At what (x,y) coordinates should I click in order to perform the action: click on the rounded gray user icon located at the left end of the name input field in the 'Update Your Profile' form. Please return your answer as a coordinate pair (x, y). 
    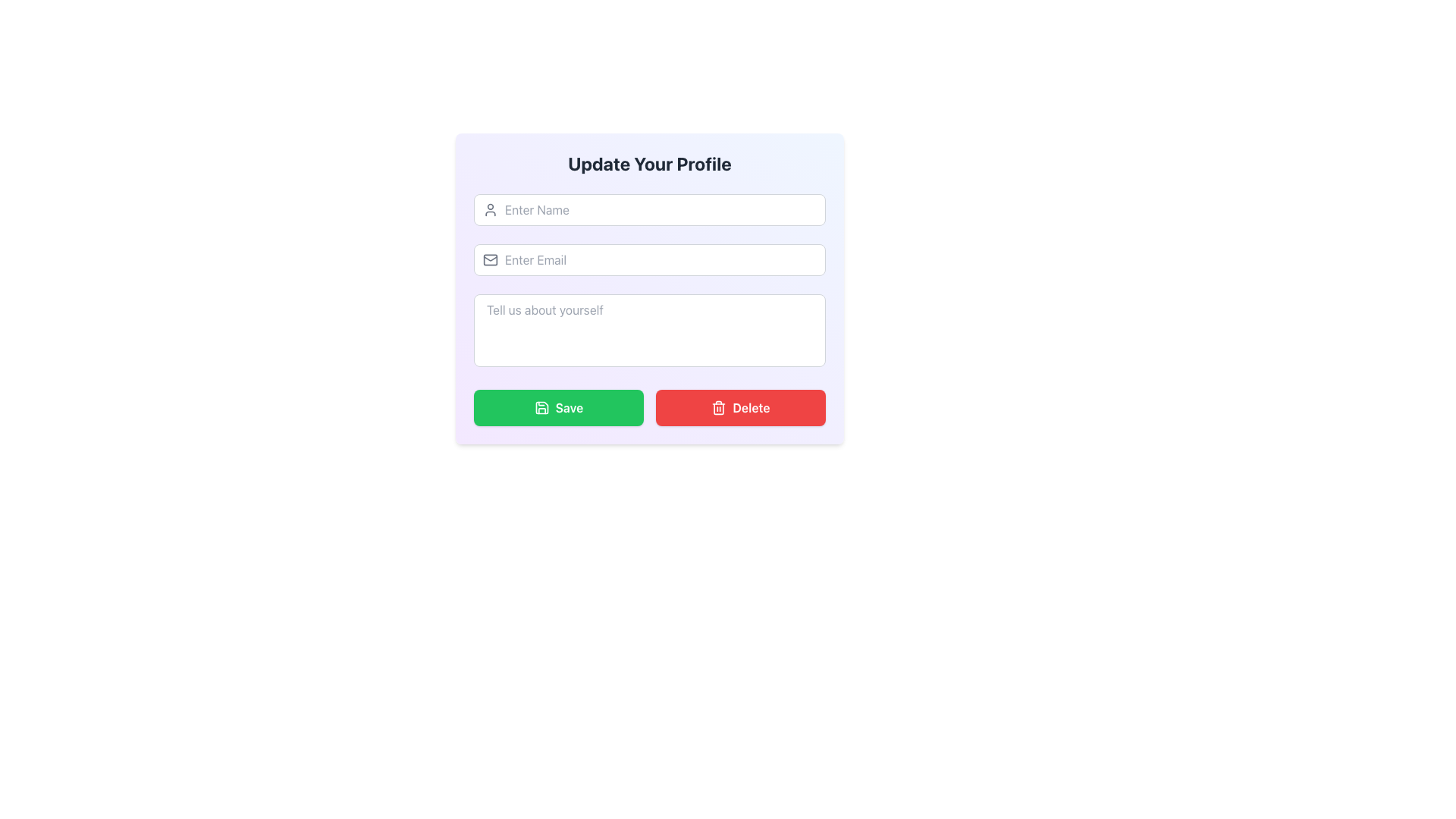
    Looking at the image, I should click on (491, 210).